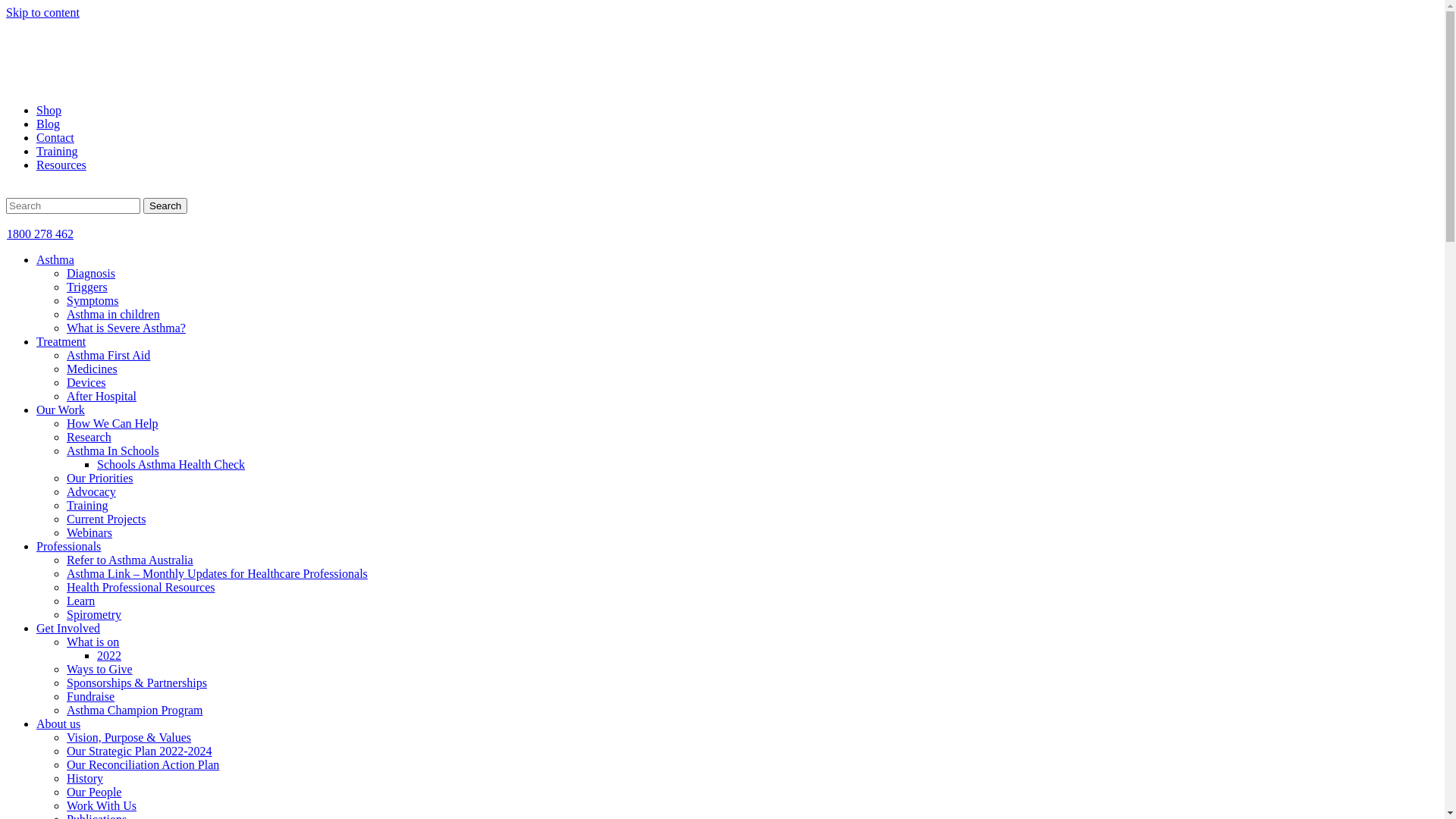 The width and height of the screenshot is (1456, 819). I want to click on 'Medicines', so click(65, 369).